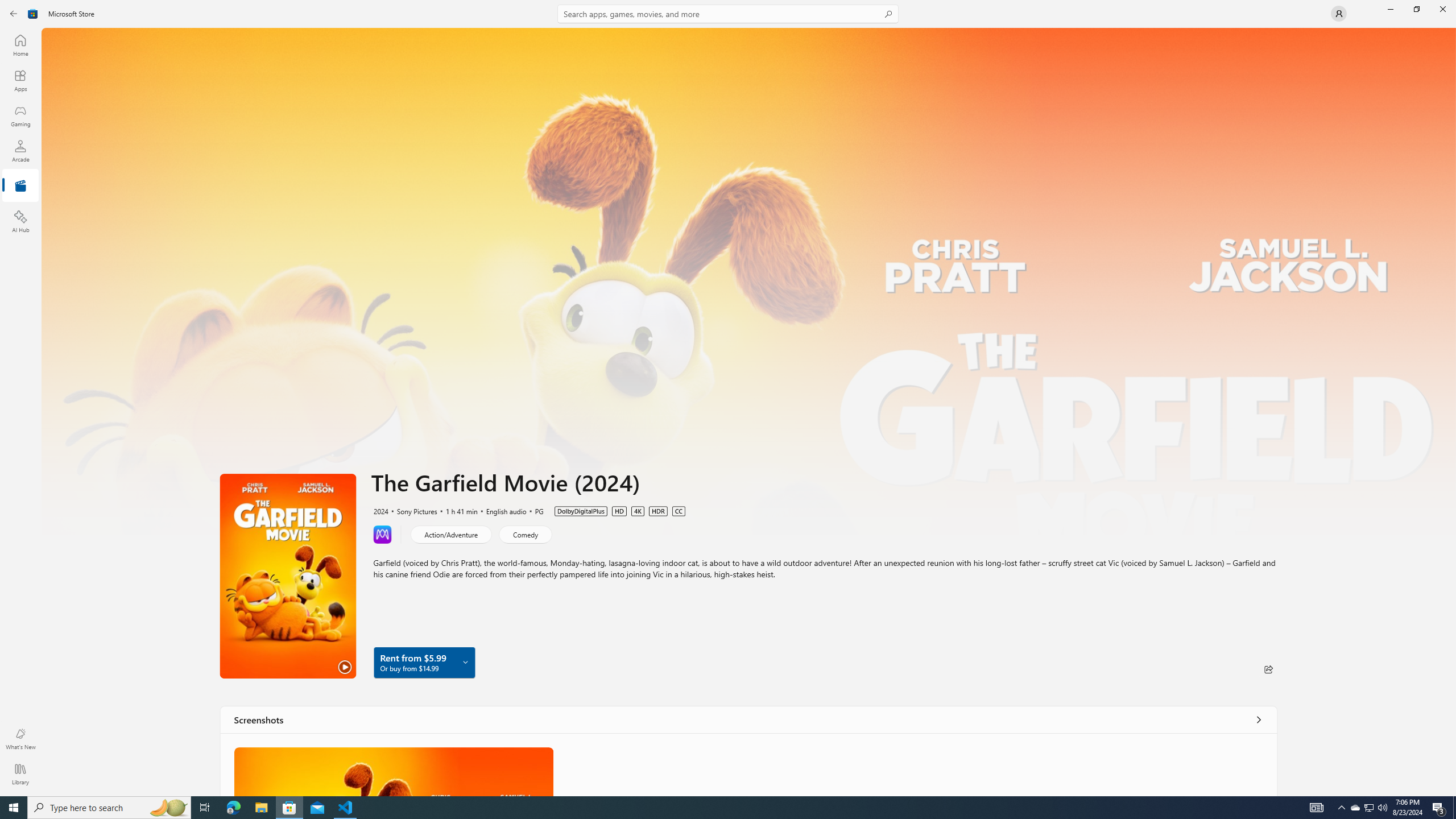 This screenshot has width=1456, height=819. I want to click on 'Learn more about Movies Anywhere', so click(382, 533).